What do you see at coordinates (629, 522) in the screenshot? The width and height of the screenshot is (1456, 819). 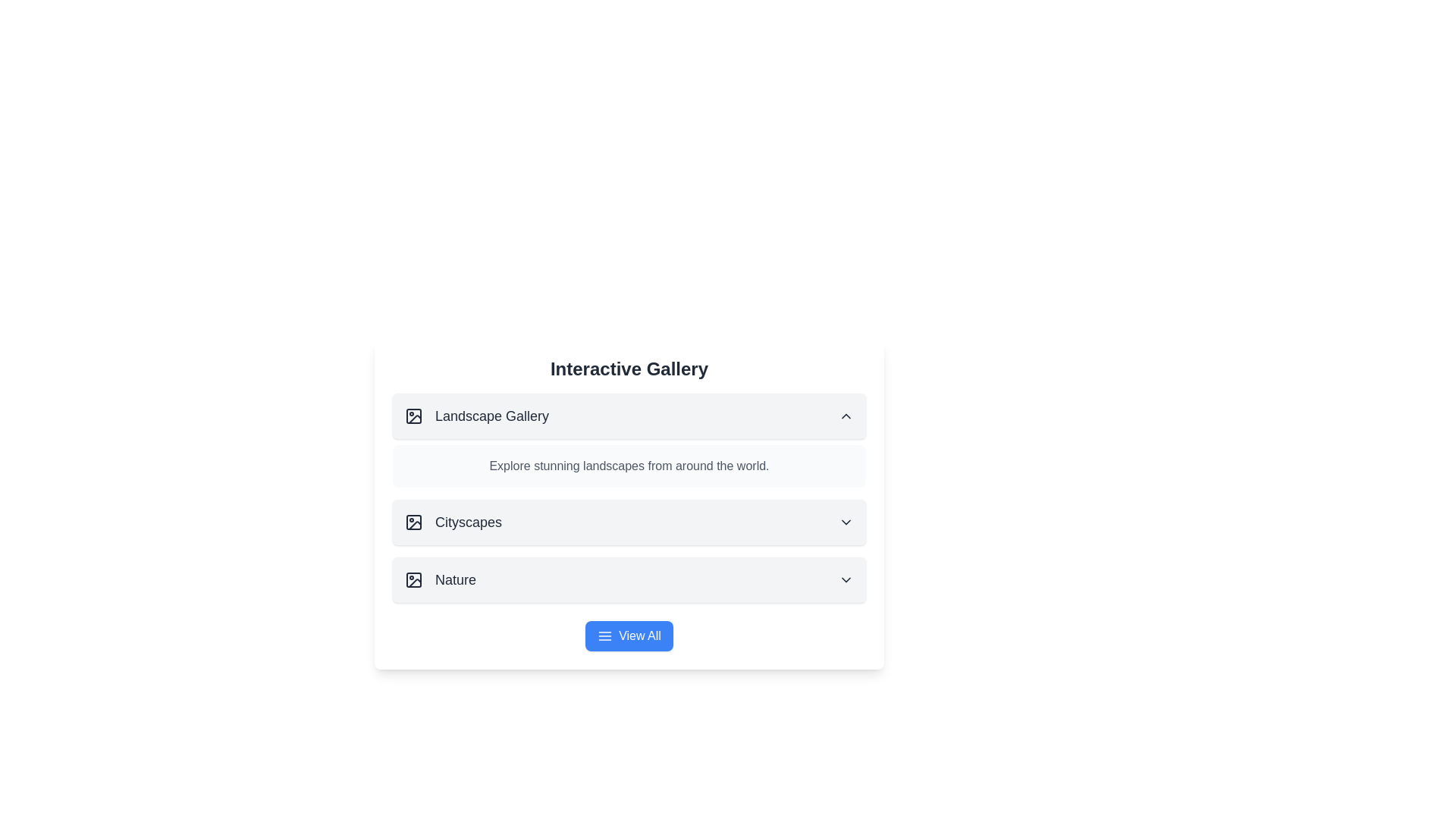 I see `the second expandable list item labeled 'Cityscapes'` at bounding box center [629, 522].